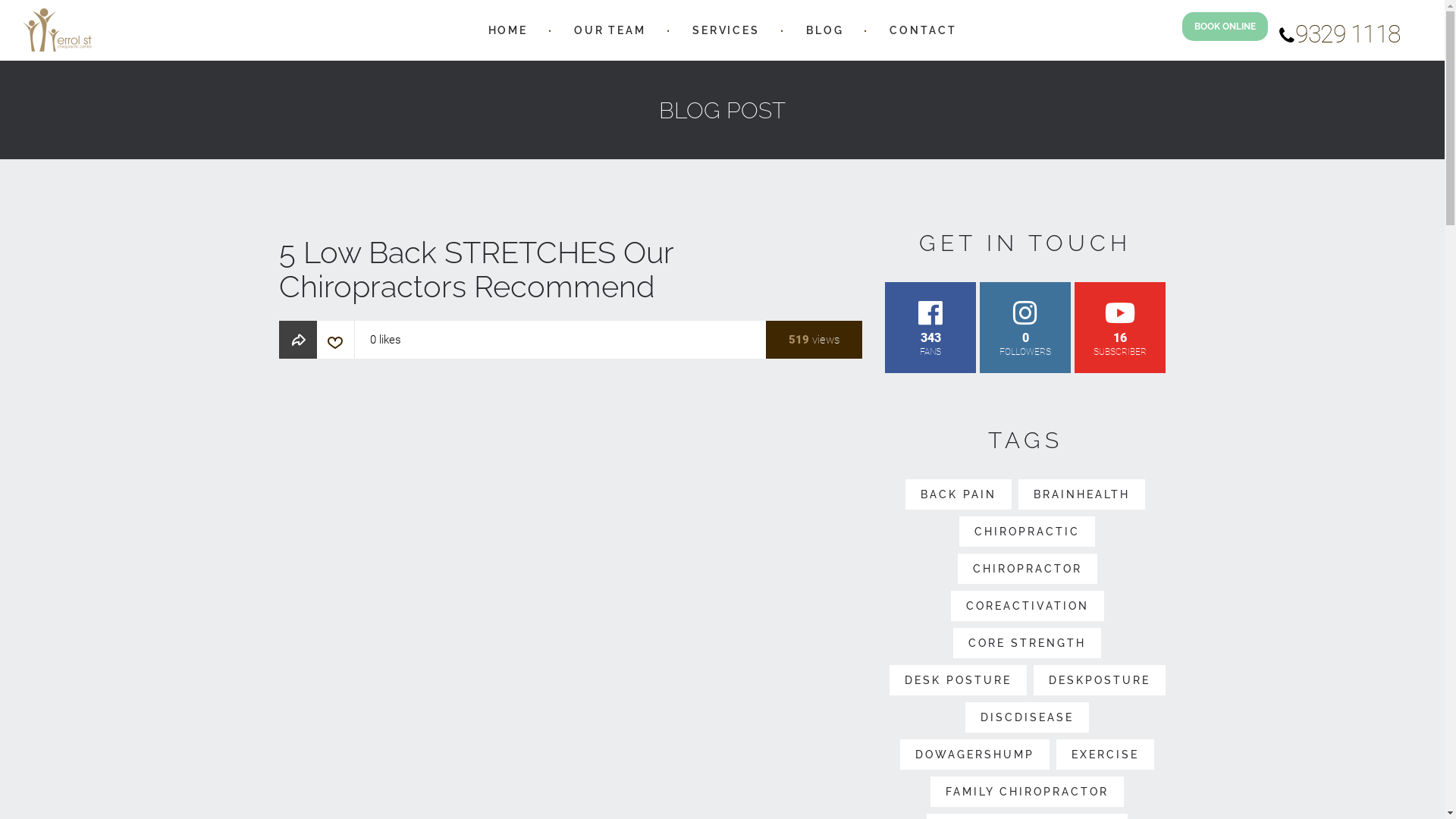 Image resolution: width=1456 pixels, height=819 pixels. Describe the element at coordinates (922, 30) in the screenshot. I see `'CONTACT'` at that location.